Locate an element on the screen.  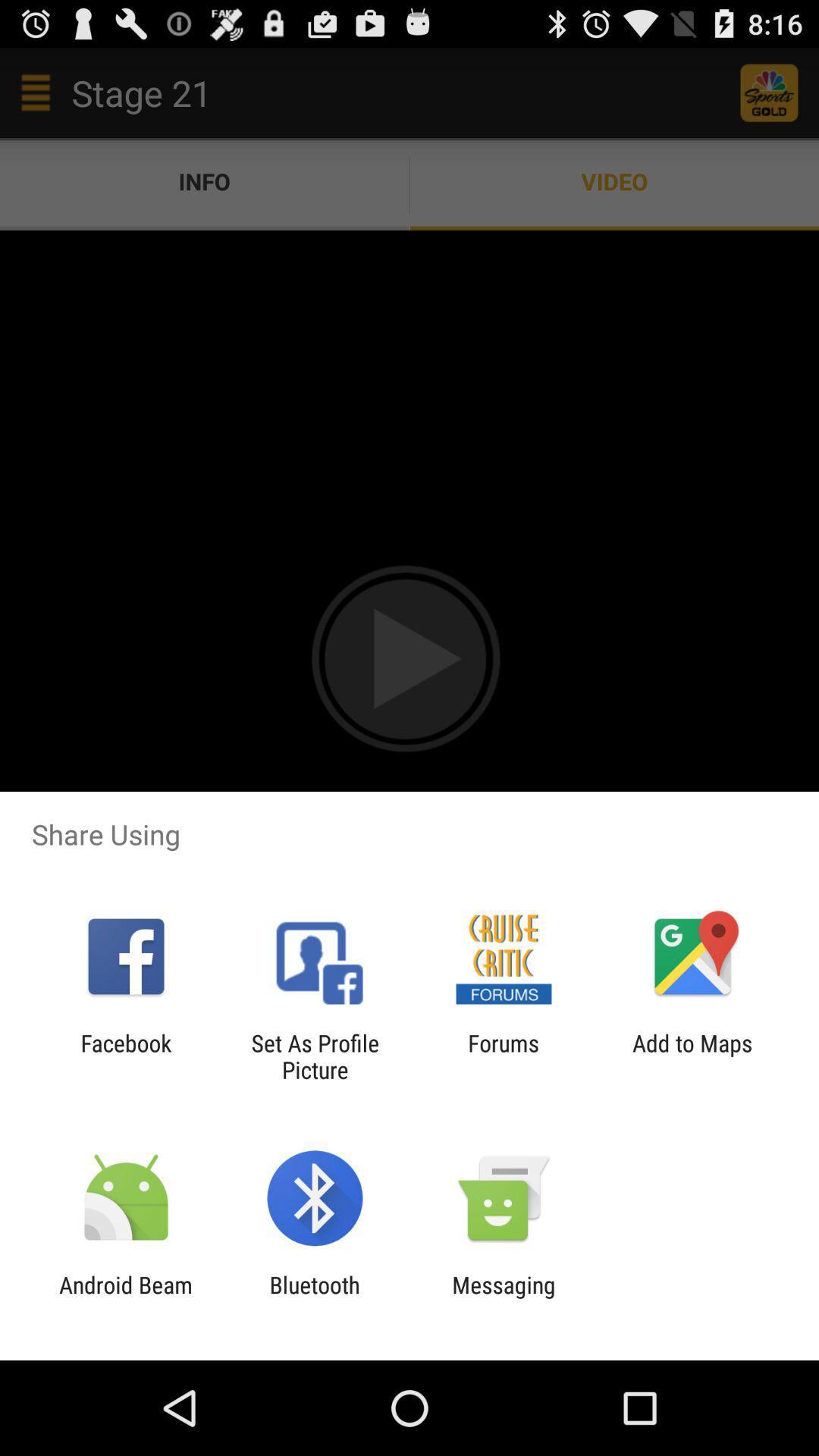
the icon to the left of the forums icon is located at coordinates (314, 1056).